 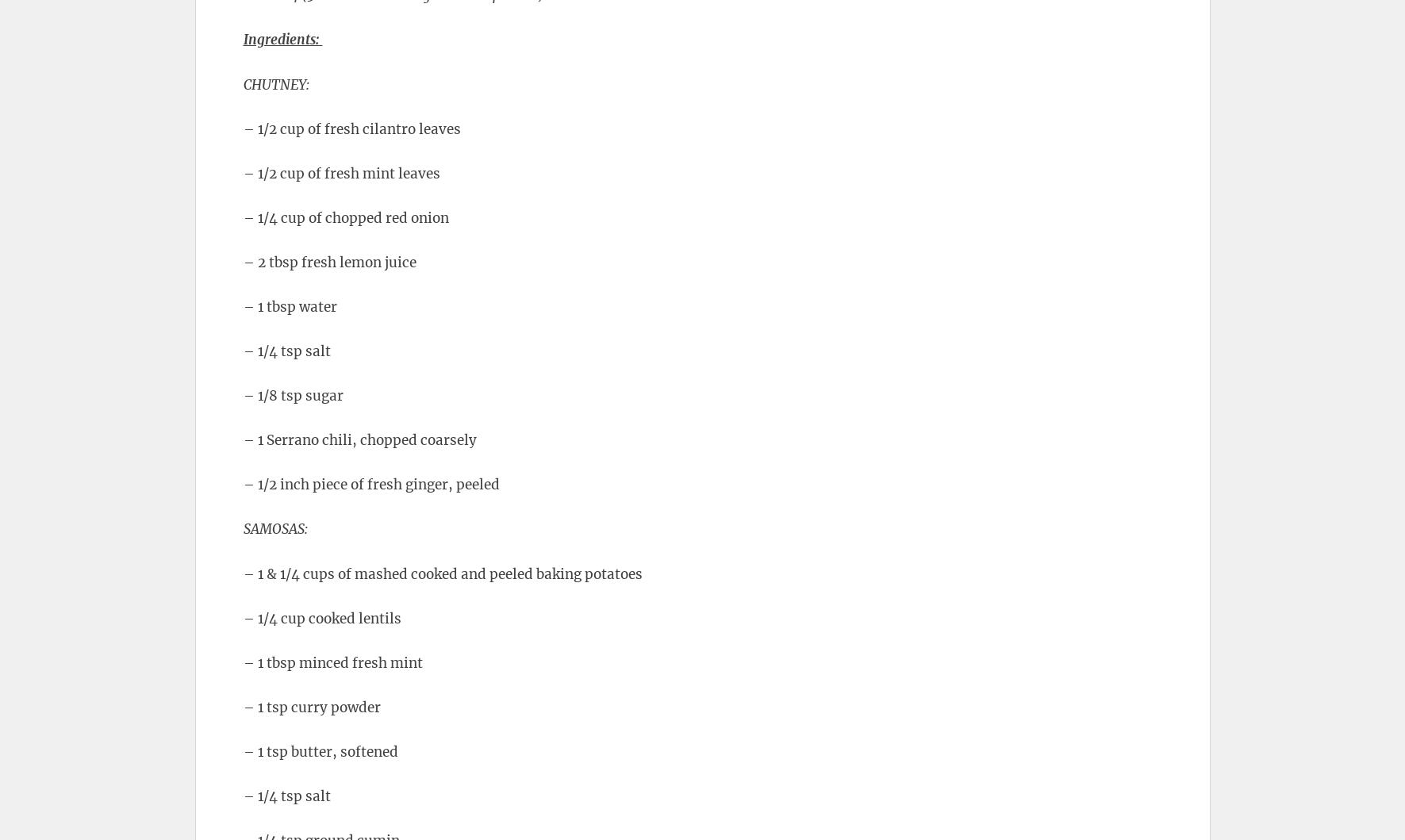 I want to click on '– 1/2 inch piece of fresh ginger, peeled', so click(x=370, y=484).